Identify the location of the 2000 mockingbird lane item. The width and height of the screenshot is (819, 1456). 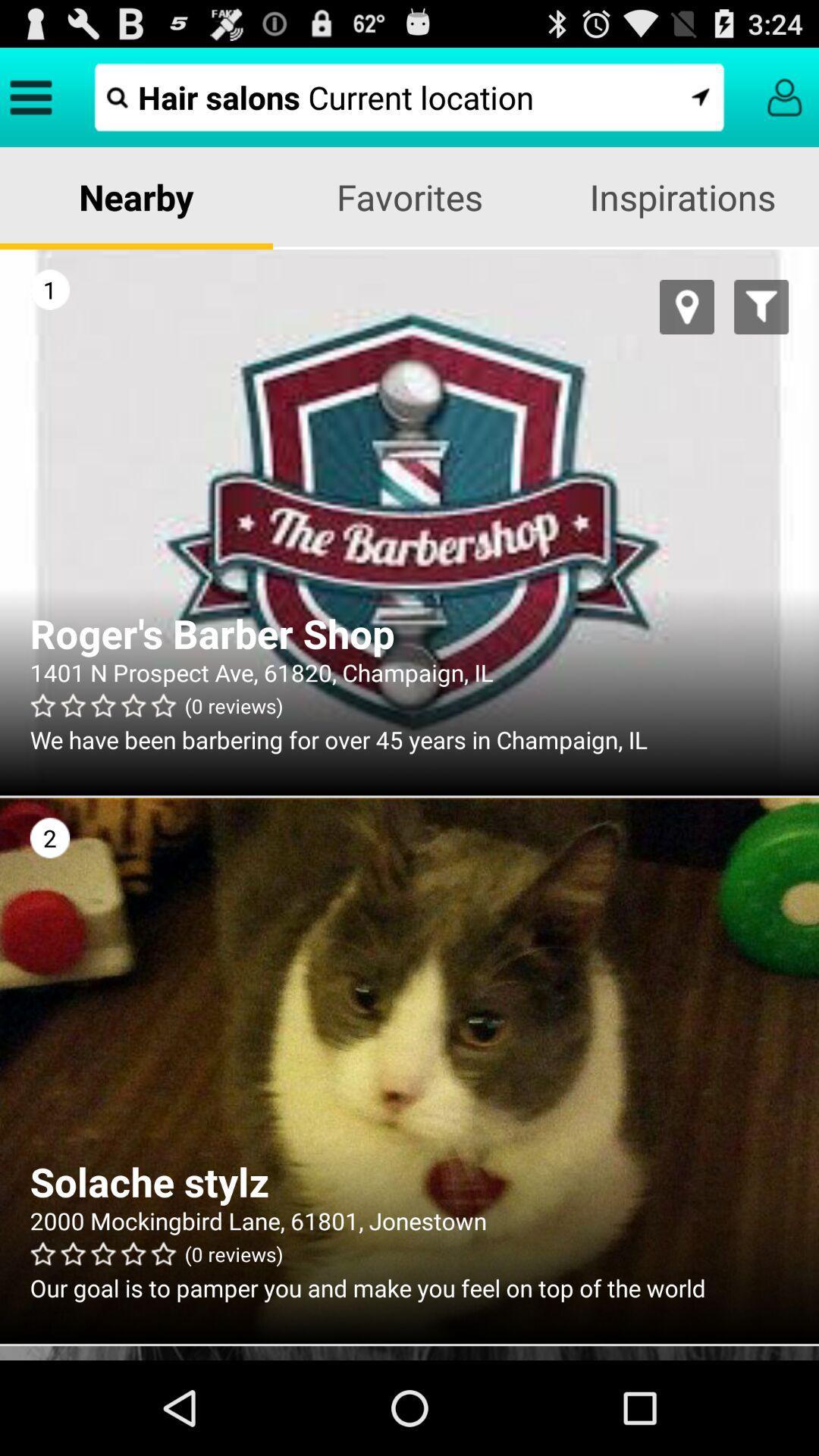
(409, 1220).